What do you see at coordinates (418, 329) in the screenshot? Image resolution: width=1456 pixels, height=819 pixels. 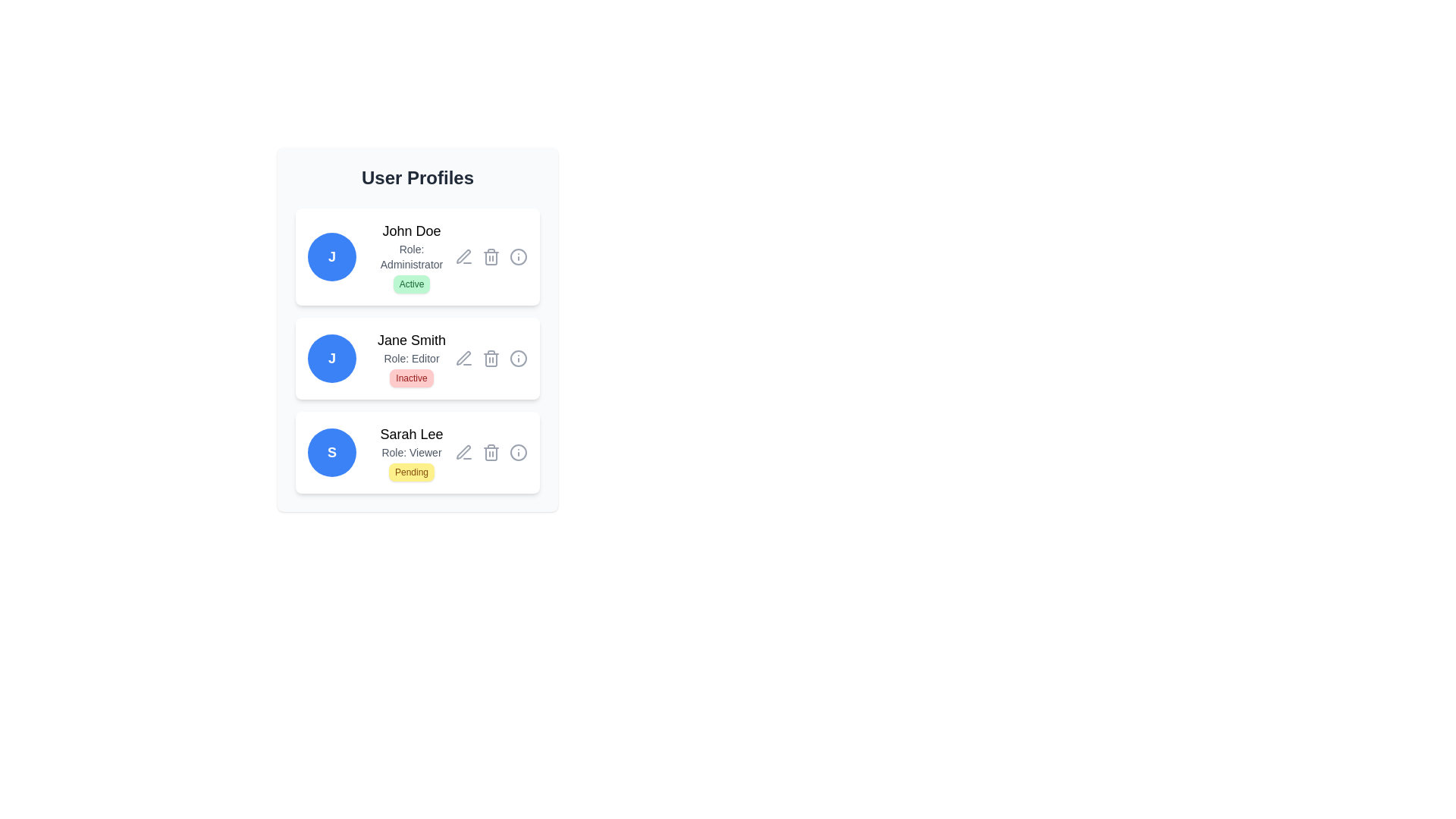 I see `the edit icon on the User Profile Card for 'Jane Smith', which is the second card in the list of user profiles, to modify the user's details` at bounding box center [418, 329].